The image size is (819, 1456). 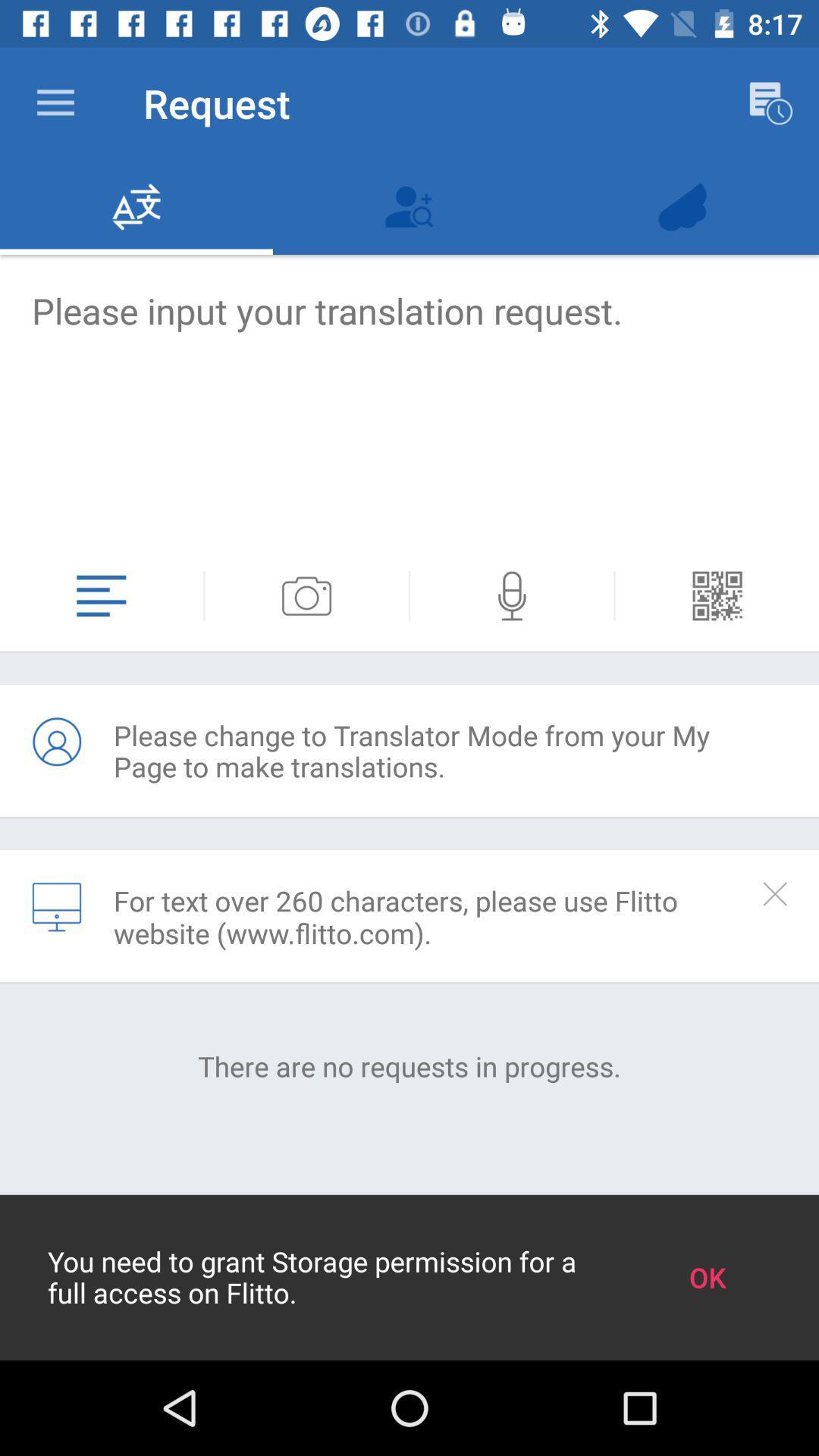 What do you see at coordinates (409, 1065) in the screenshot?
I see `the item above the you need to` at bounding box center [409, 1065].